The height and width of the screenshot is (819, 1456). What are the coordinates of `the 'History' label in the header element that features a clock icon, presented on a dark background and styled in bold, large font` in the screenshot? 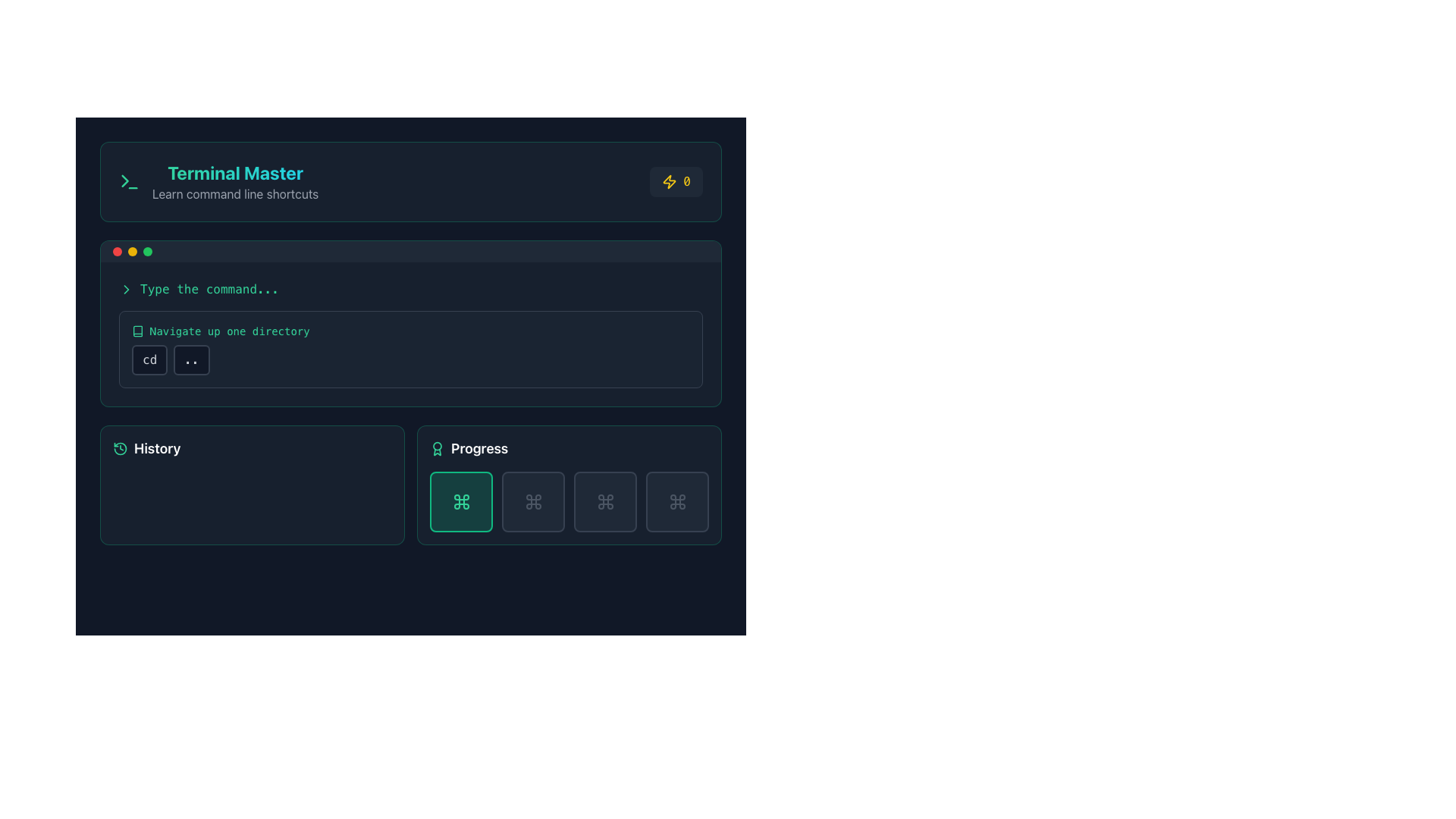 It's located at (252, 447).